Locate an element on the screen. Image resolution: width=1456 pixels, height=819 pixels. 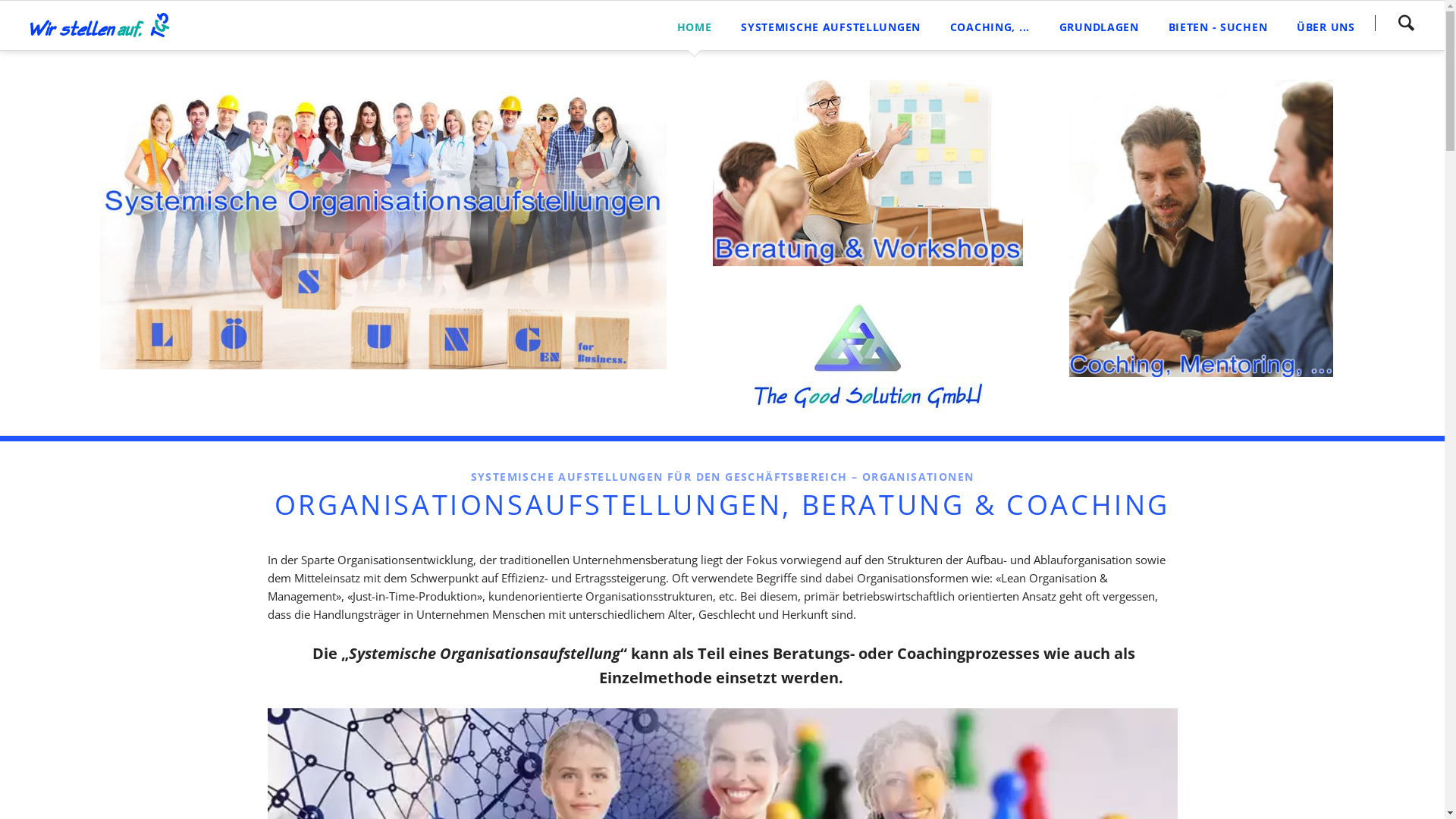
'COACHING, ...' is located at coordinates (990, 25).